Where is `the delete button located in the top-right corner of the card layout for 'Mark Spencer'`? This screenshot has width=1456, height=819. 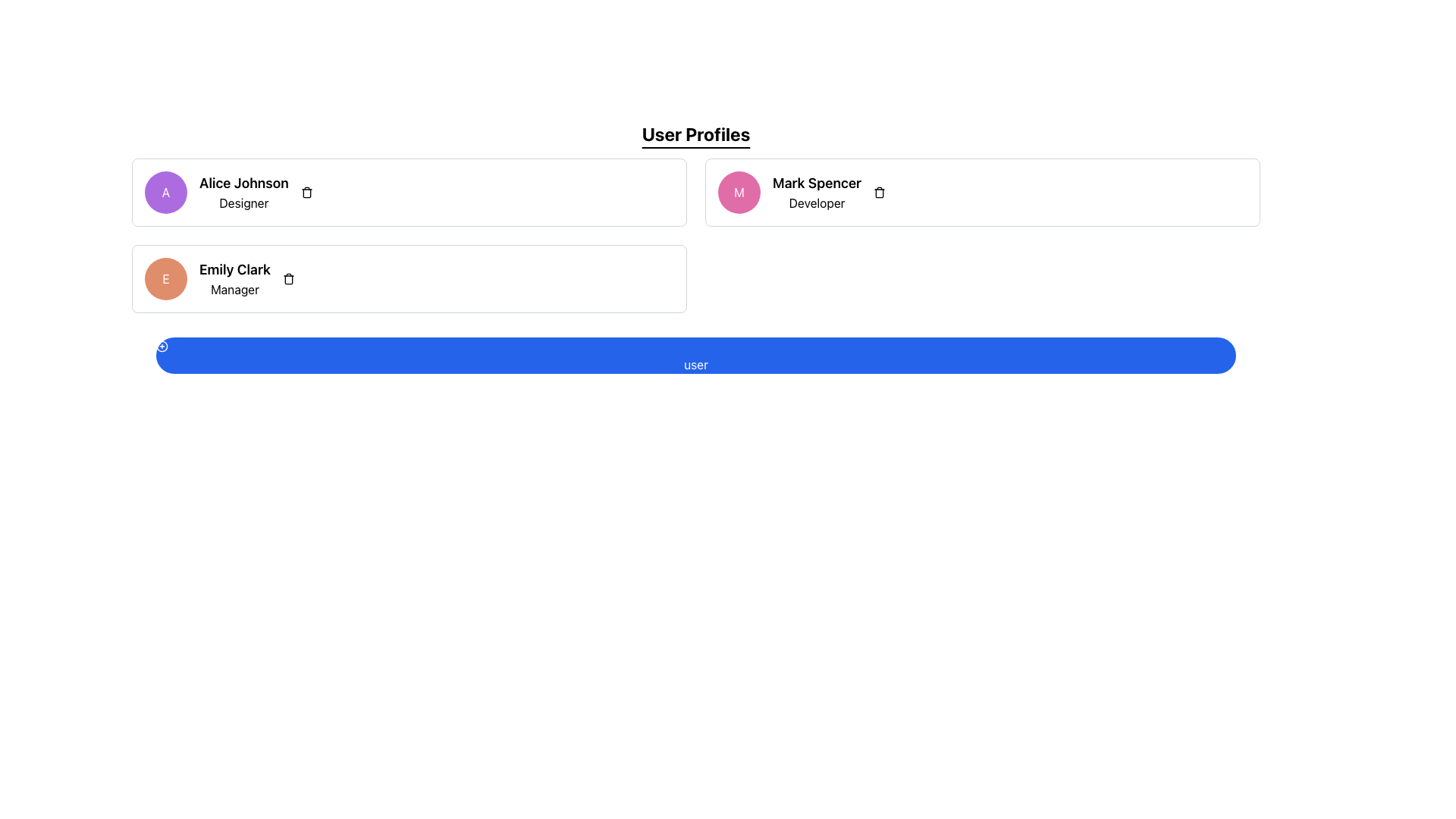
the delete button located in the top-right corner of the card layout for 'Mark Spencer' is located at coordinates (880, 192).